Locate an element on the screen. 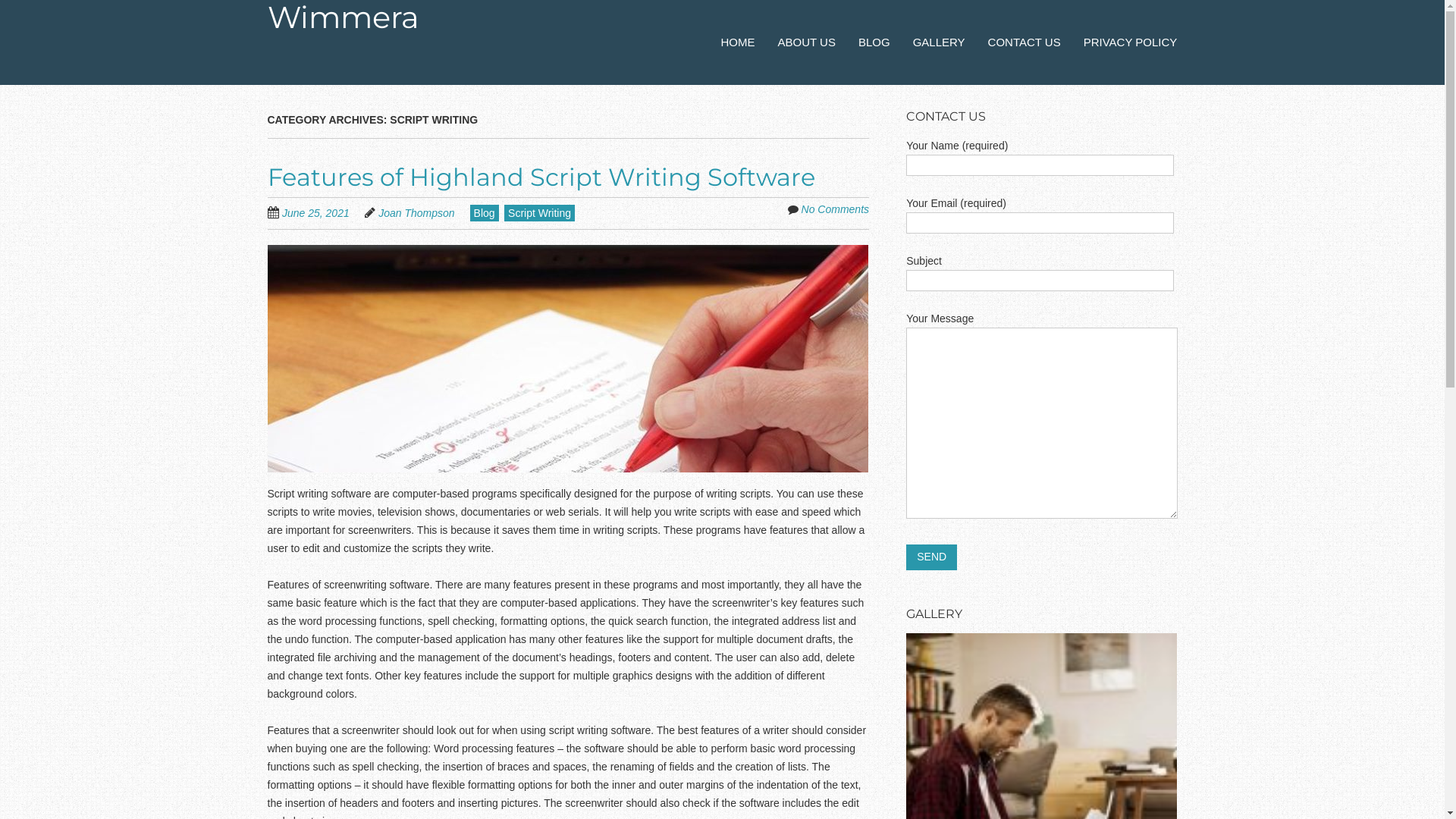 The height and width of the screenshot is (819, 1456). 'PRIVACY POLICY' is located at coordinates (1131, 42).